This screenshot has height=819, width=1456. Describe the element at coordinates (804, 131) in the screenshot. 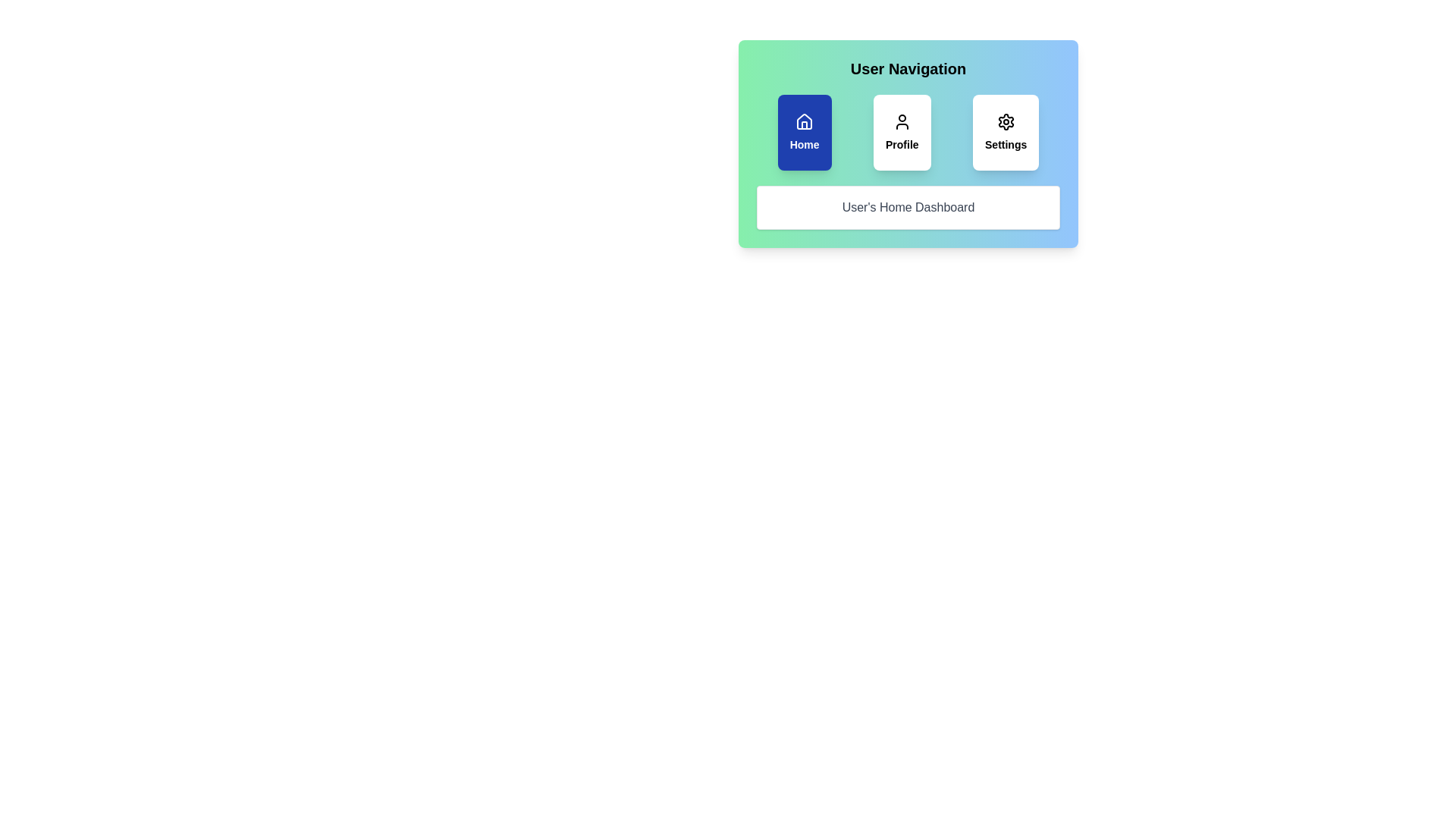

I see `the Home tab by clicking on its respective button` at that location.